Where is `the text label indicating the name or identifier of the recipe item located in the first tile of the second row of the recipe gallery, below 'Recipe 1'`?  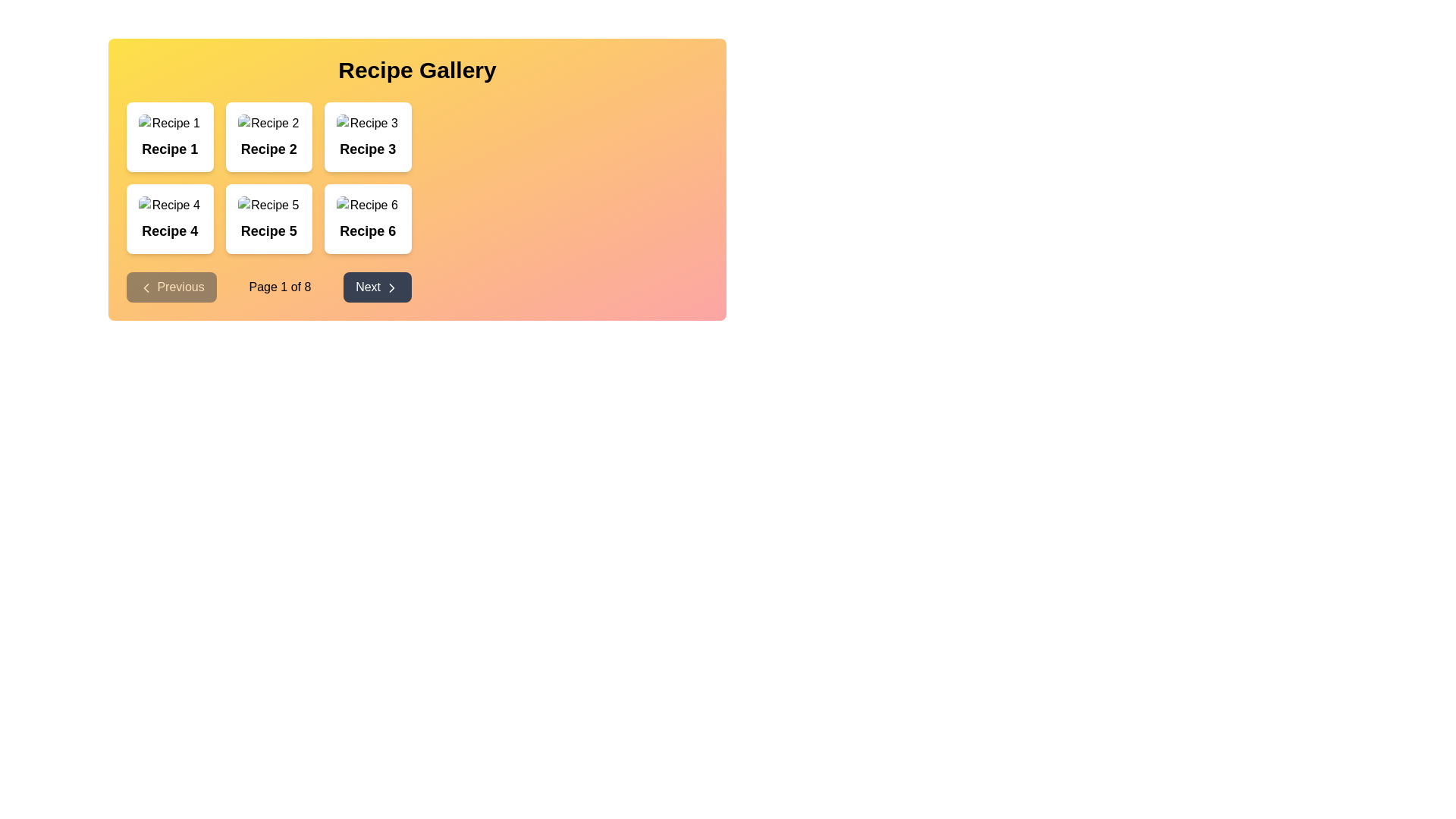 the text label indicating the name or identifier of the recipe item located in the first tile of the second row of the recipe gallery, below 'Recipe 1' is located at coordinates (170, 231).